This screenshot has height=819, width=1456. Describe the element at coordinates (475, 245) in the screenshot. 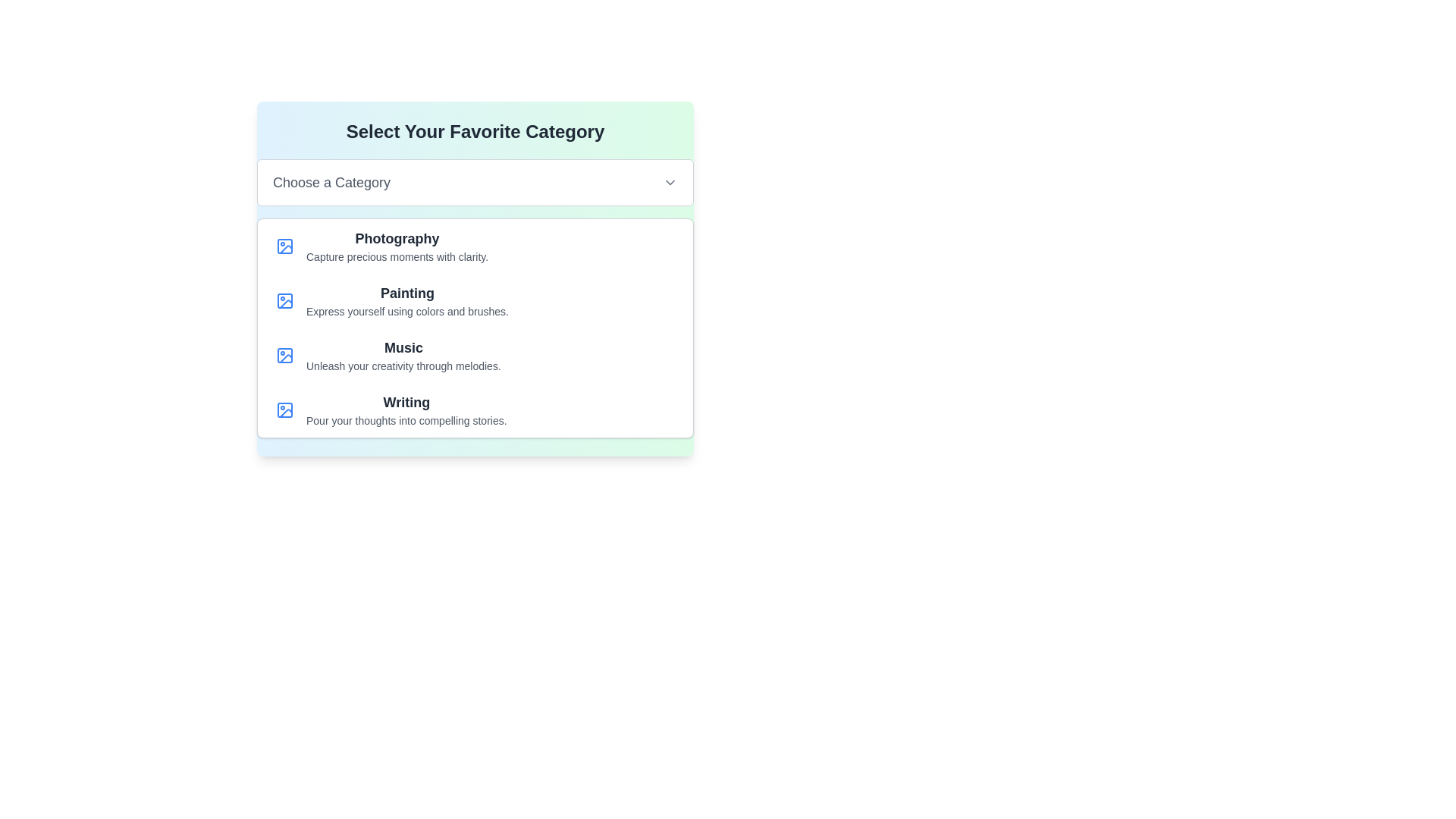

I see `the 'Photography' category list item, which is the first item in the list within a white card interface` at that location.